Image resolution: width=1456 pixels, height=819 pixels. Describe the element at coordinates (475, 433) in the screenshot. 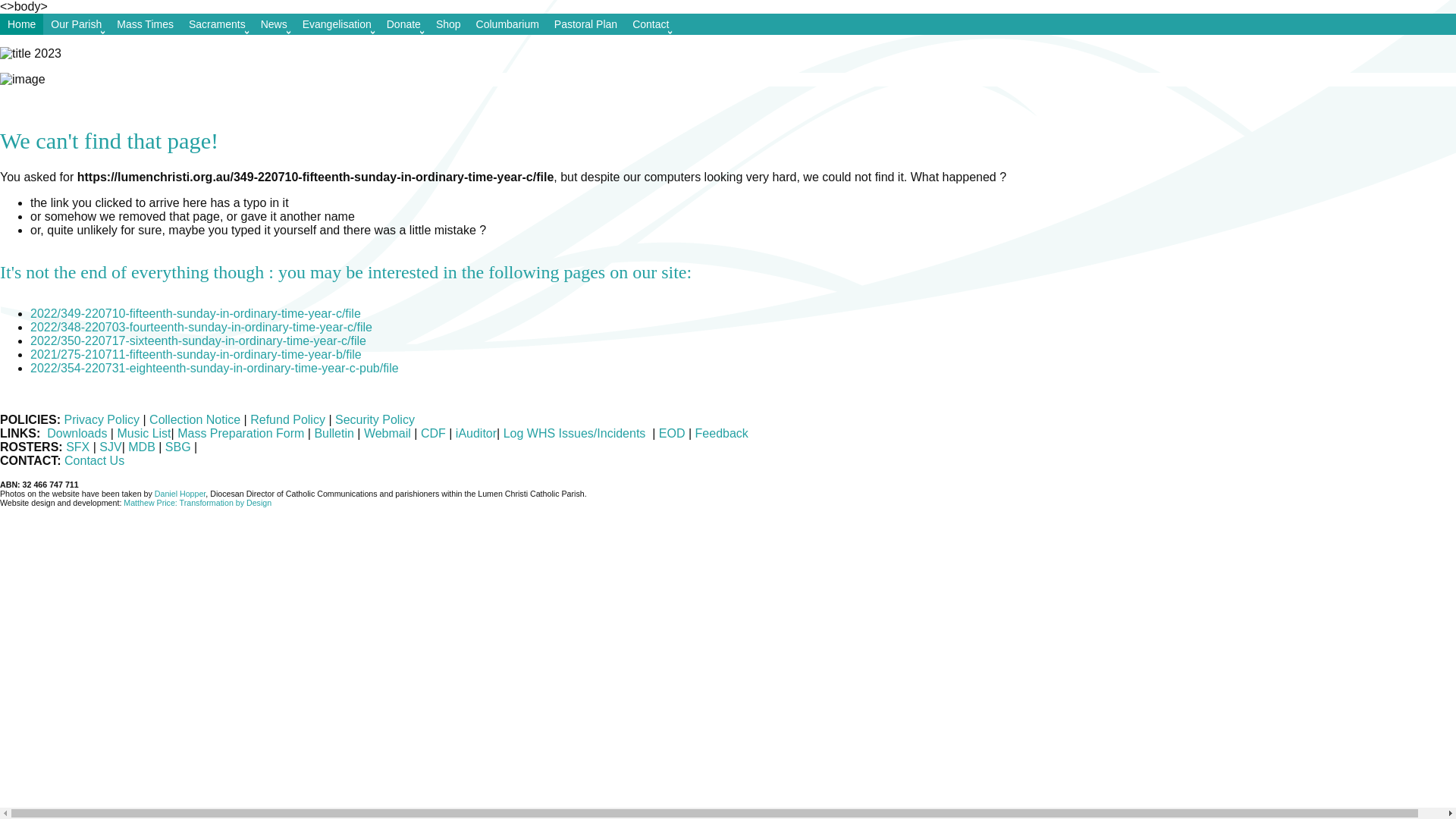

I see `'iAuditor'` at that location.